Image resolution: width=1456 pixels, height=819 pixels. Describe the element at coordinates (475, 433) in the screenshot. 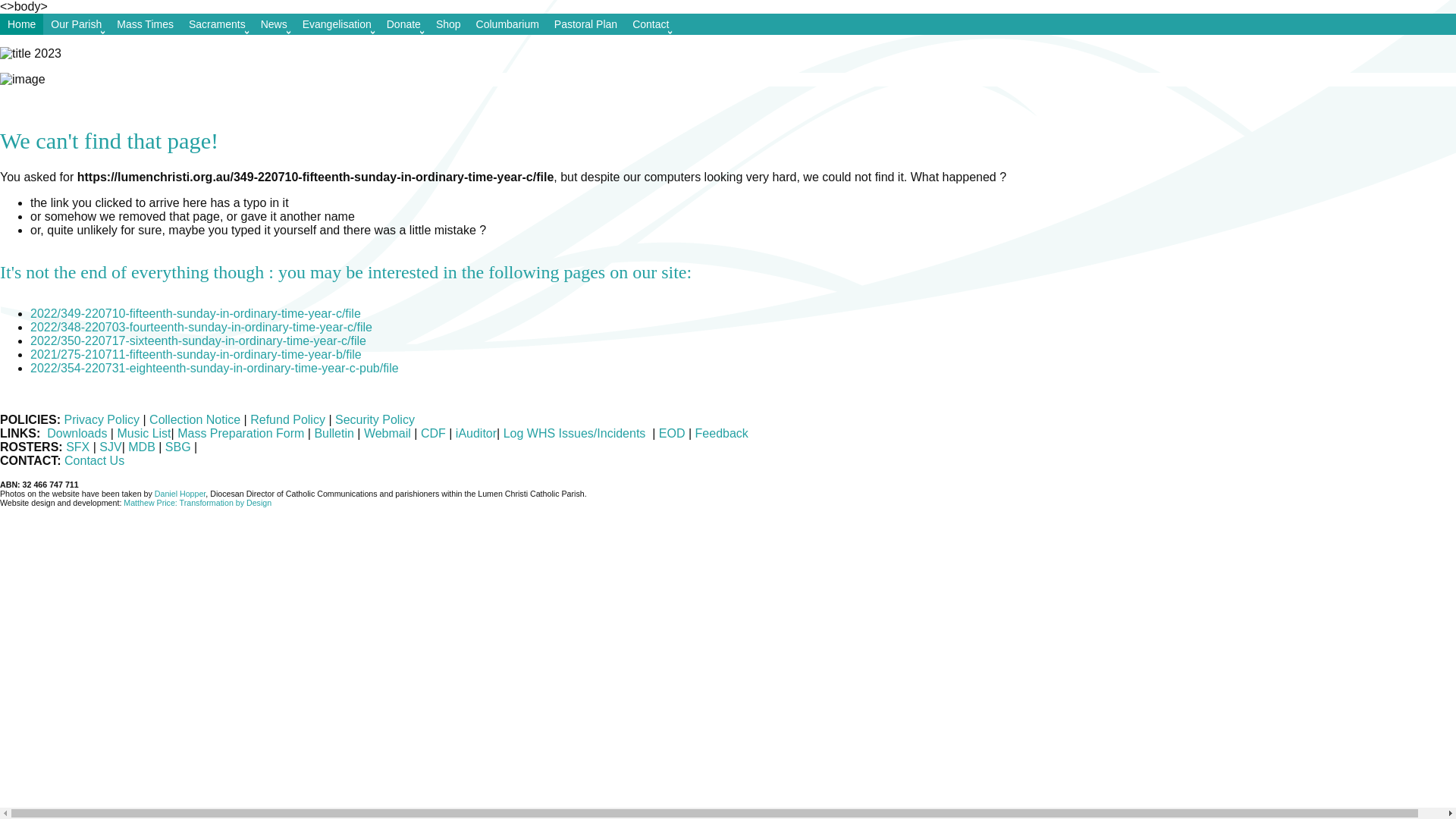

I see `'iAuditor'` at that location.